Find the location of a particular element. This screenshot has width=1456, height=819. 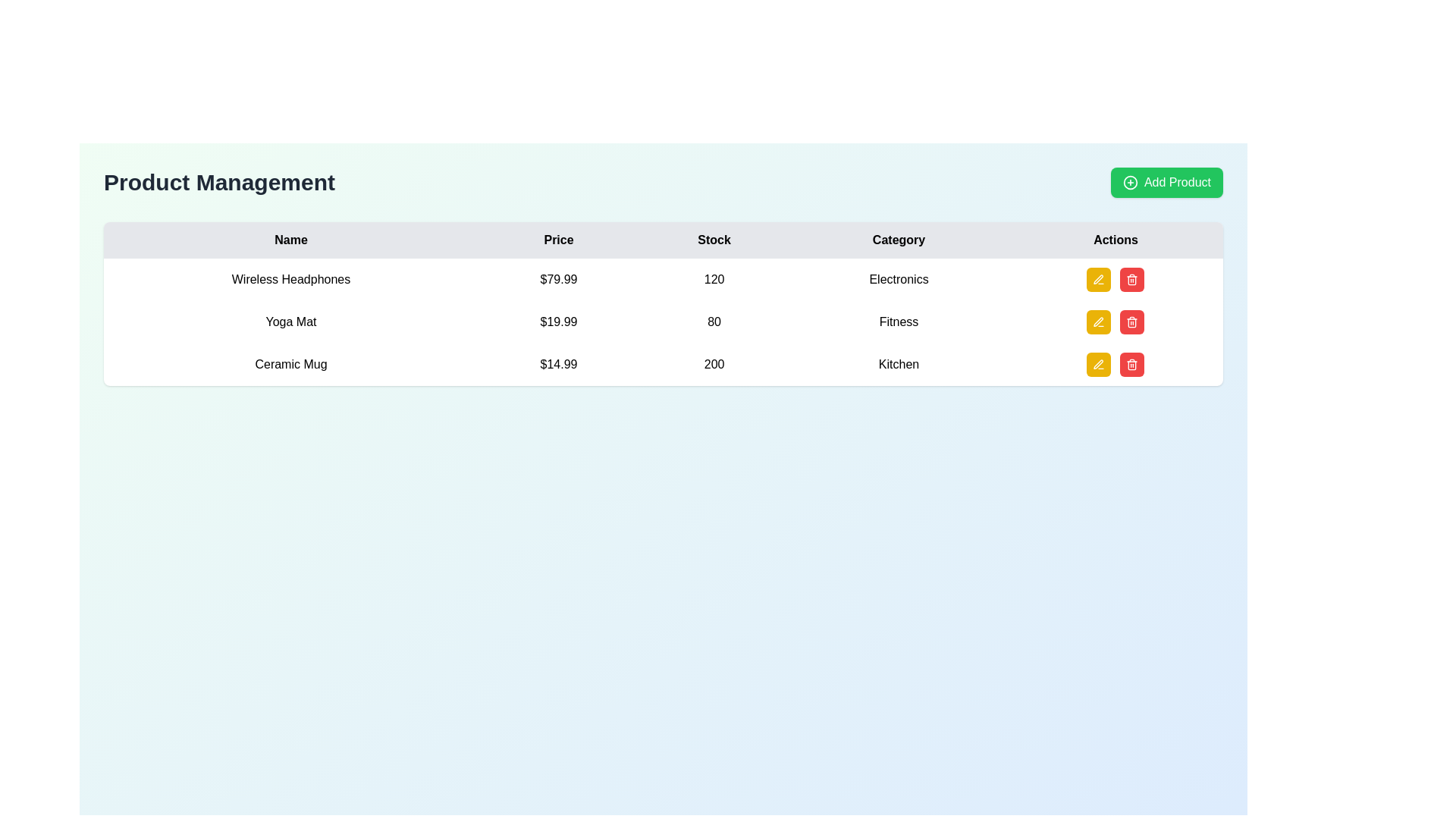

the text label displaying 'Kitchen' which is located in the fourth column of the last row in the grid layout, adjacent to '200' on the left and action buttons on the right is located at coordinates (899, 365).